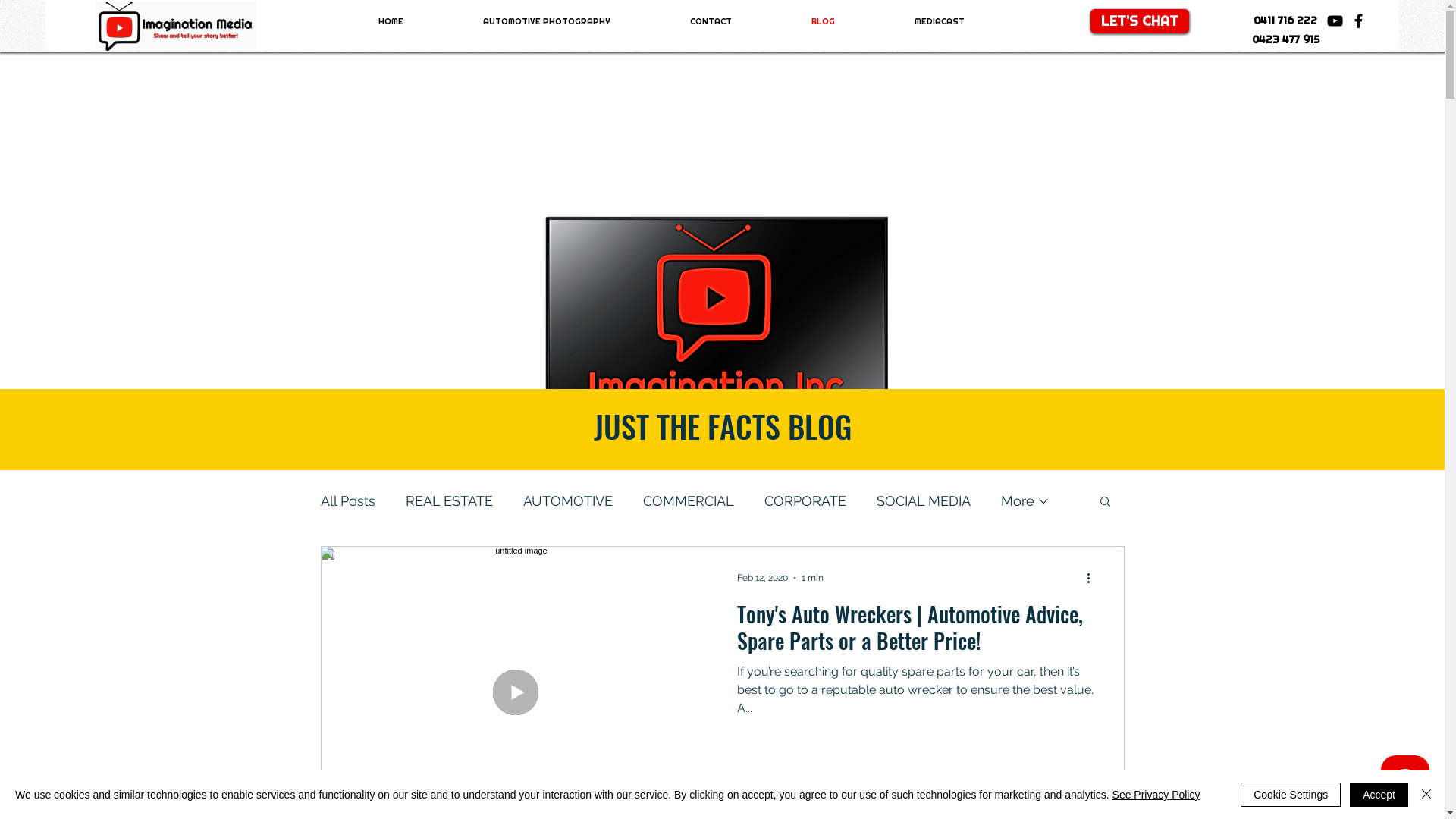 The width and height of the screenshot is (1456, 819). I want to click on 'HOME', so click(337, 20).